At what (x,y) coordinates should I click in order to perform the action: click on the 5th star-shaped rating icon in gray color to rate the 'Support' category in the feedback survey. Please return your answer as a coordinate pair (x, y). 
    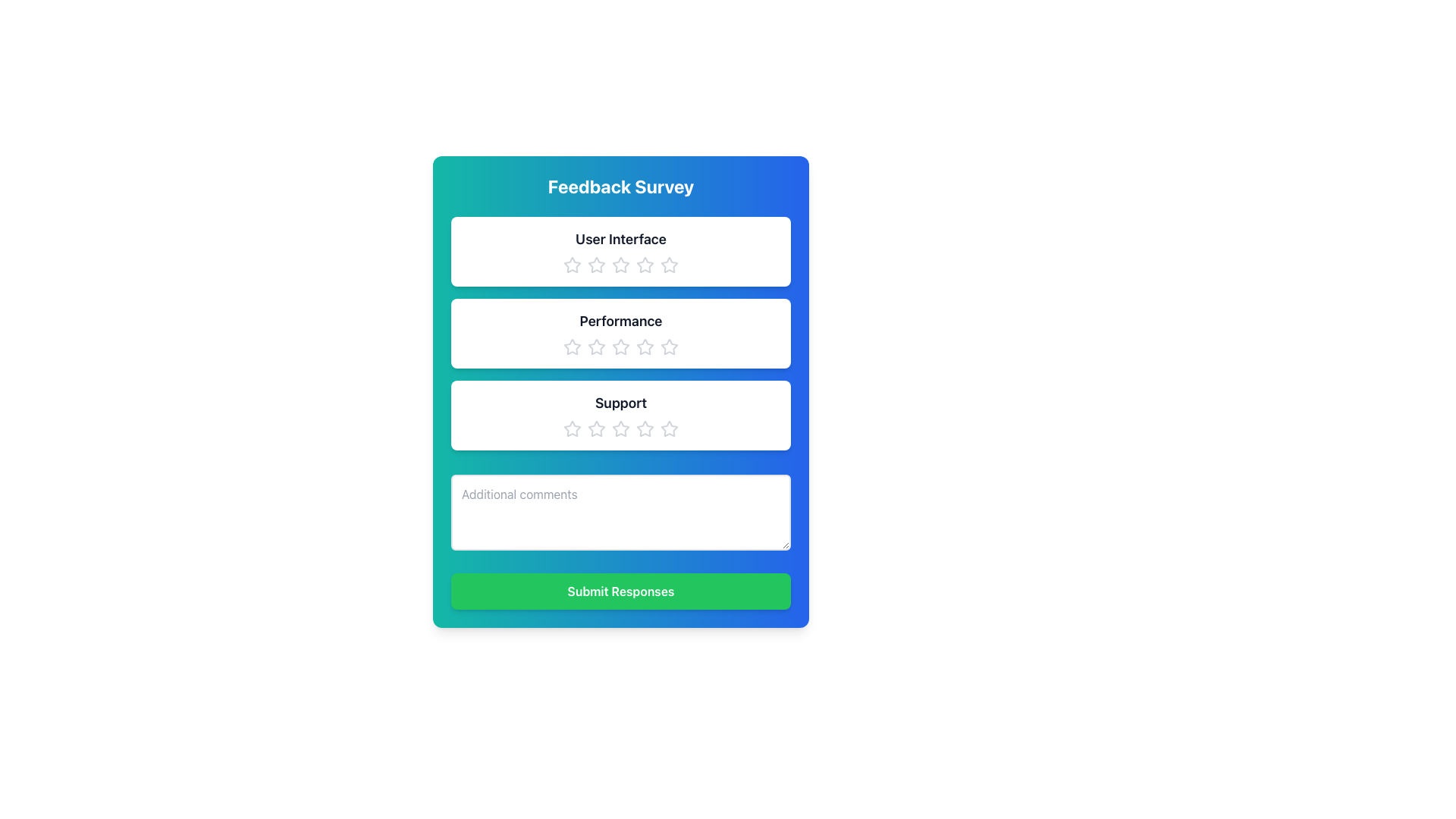
    Looking at the image, I should click on (669, 429).